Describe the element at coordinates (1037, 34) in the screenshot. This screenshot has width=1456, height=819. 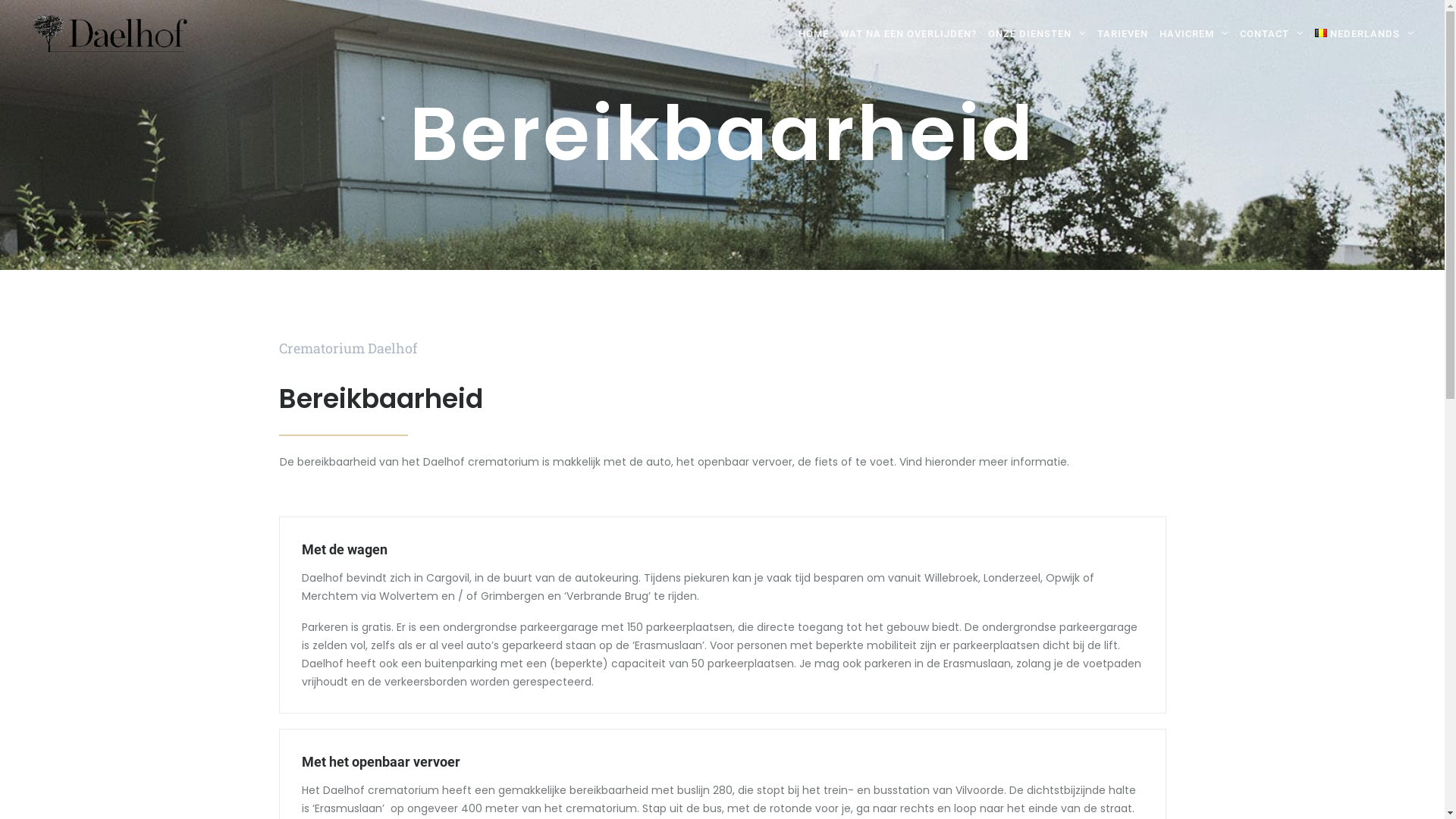
I see `'ONZE DIENSTEN'` at that location.